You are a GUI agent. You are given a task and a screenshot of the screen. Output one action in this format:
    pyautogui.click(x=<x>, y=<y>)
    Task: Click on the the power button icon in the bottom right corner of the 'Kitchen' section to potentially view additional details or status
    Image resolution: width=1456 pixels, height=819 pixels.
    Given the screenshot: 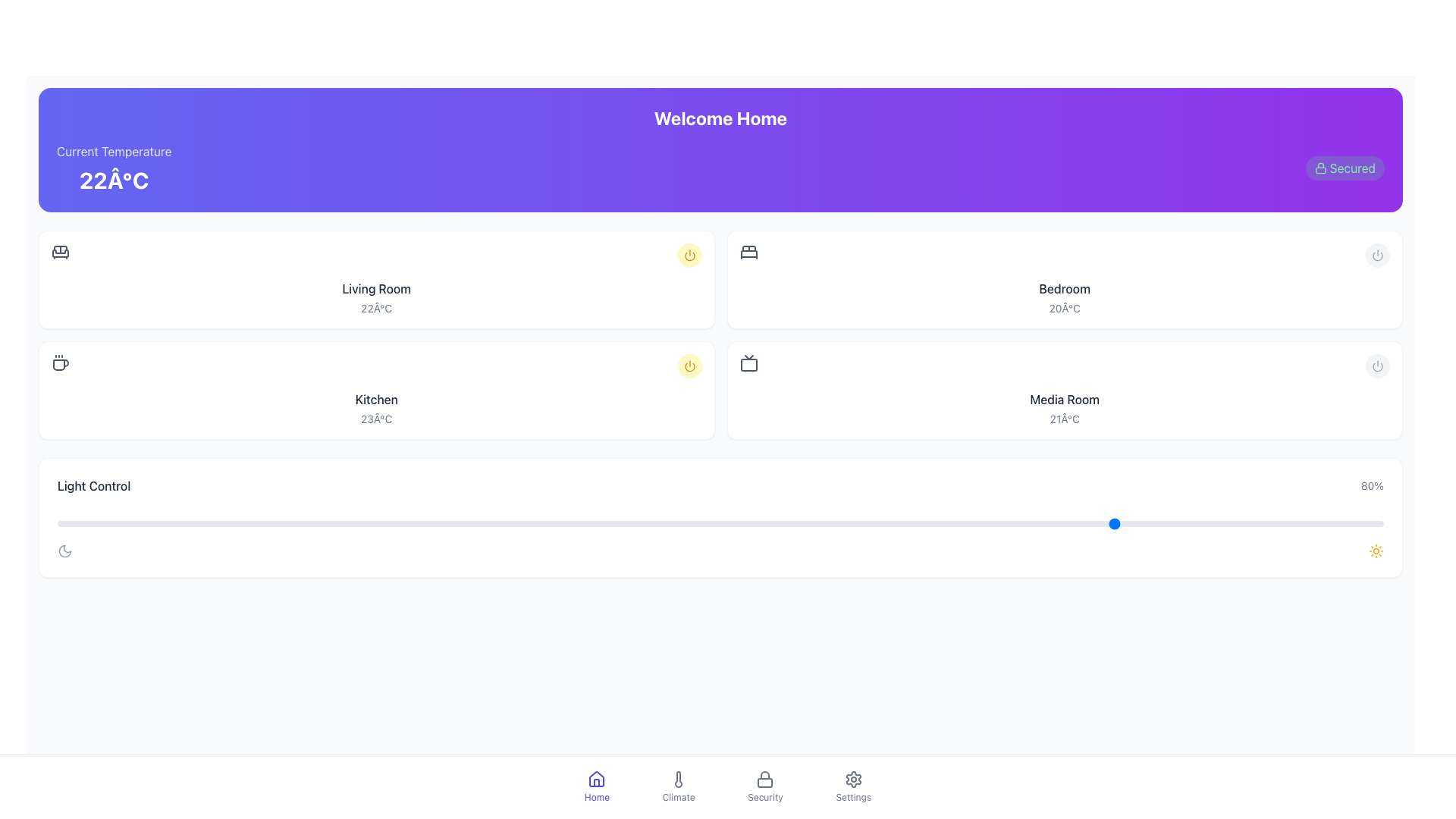 What is the action you would take?
    pyautogui.click(x=689, y=256)
    